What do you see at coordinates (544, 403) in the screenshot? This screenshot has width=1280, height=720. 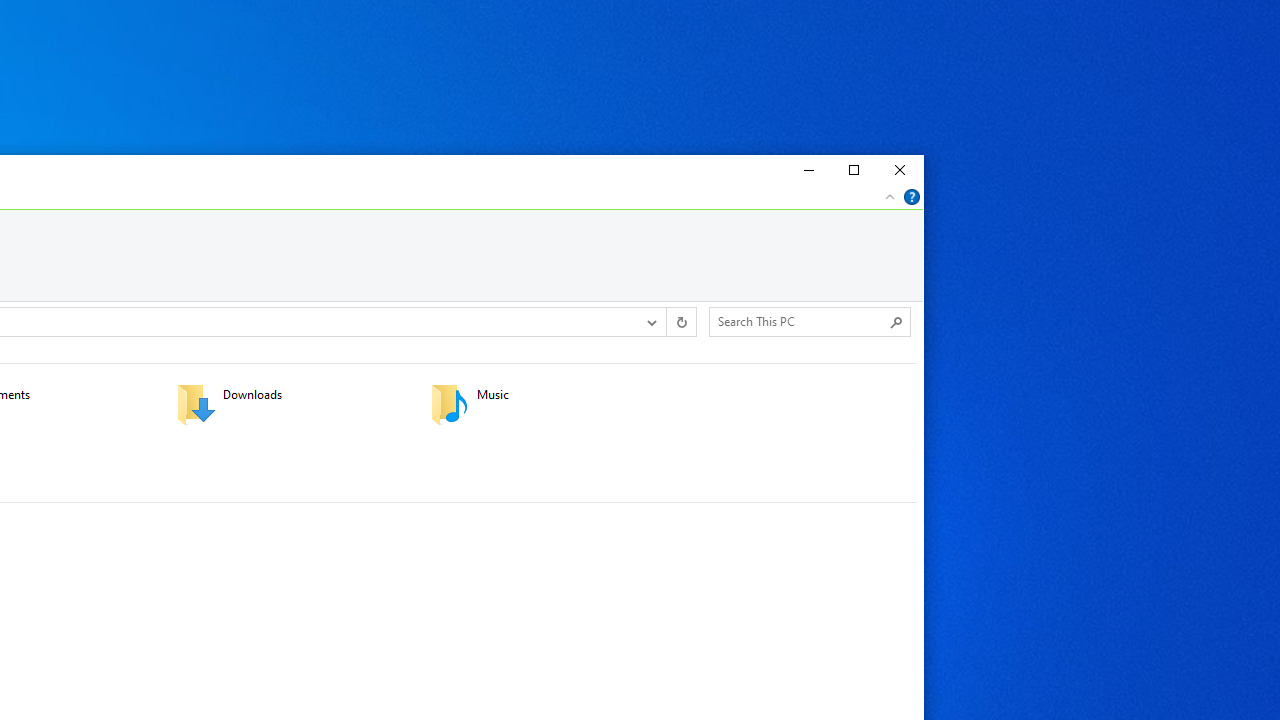 I see `'Music'` at bounding box center [544, 403].